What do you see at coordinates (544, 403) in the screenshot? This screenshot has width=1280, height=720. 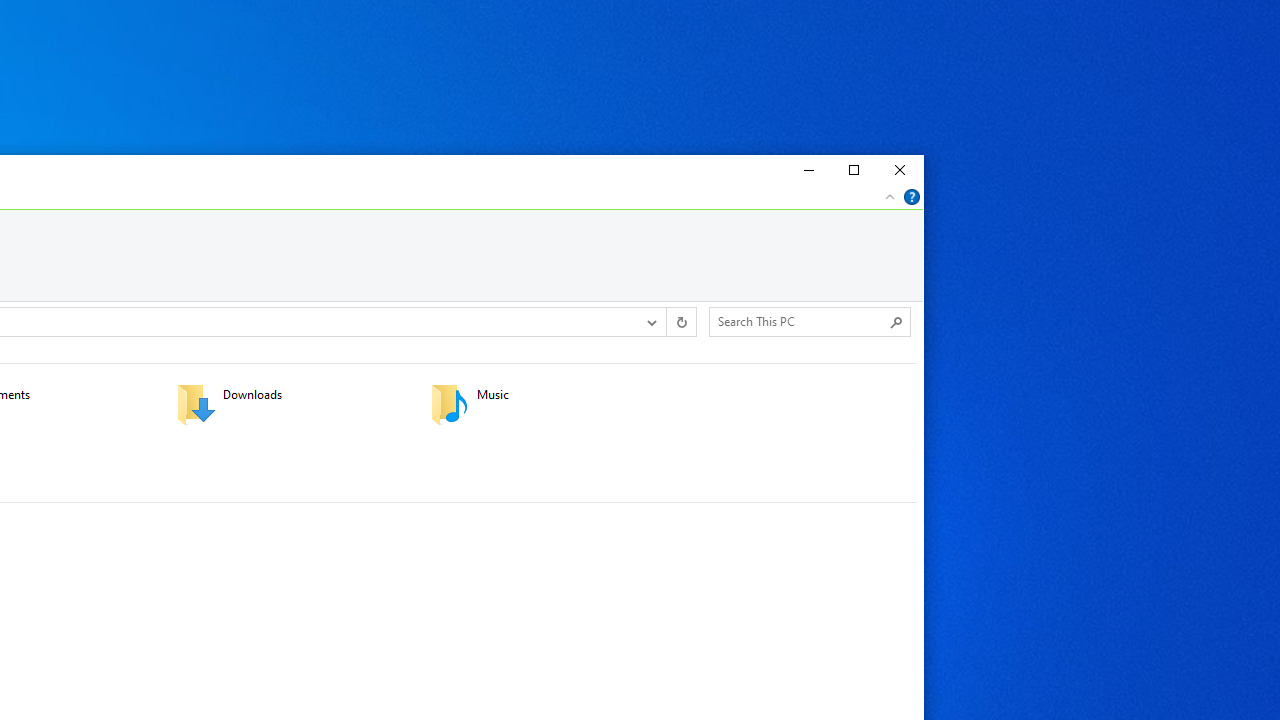 I see `'Music'` at bounding box center [544, 403].